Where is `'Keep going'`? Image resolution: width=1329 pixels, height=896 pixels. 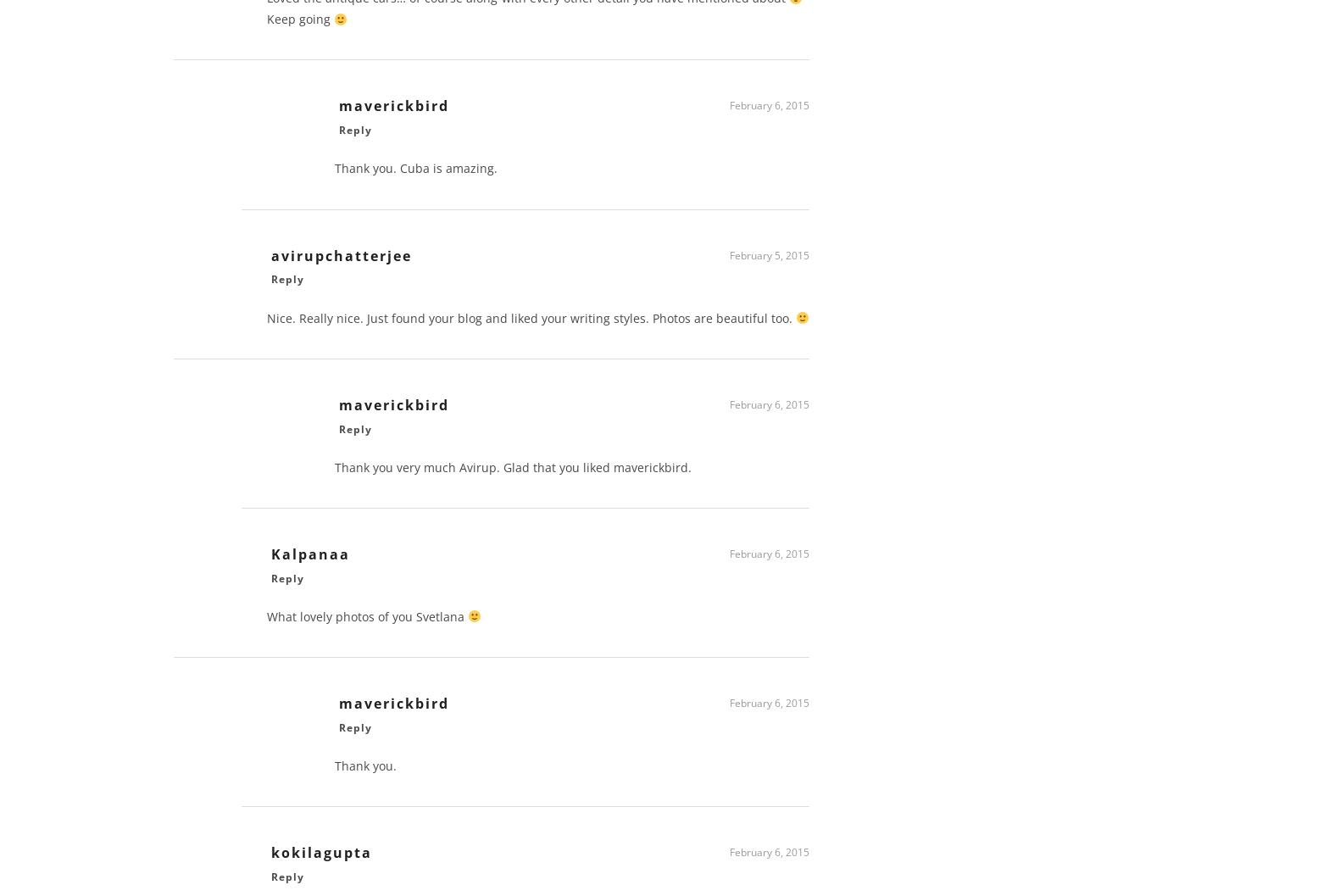
'Keep going' is located at coordinates (300, 25).